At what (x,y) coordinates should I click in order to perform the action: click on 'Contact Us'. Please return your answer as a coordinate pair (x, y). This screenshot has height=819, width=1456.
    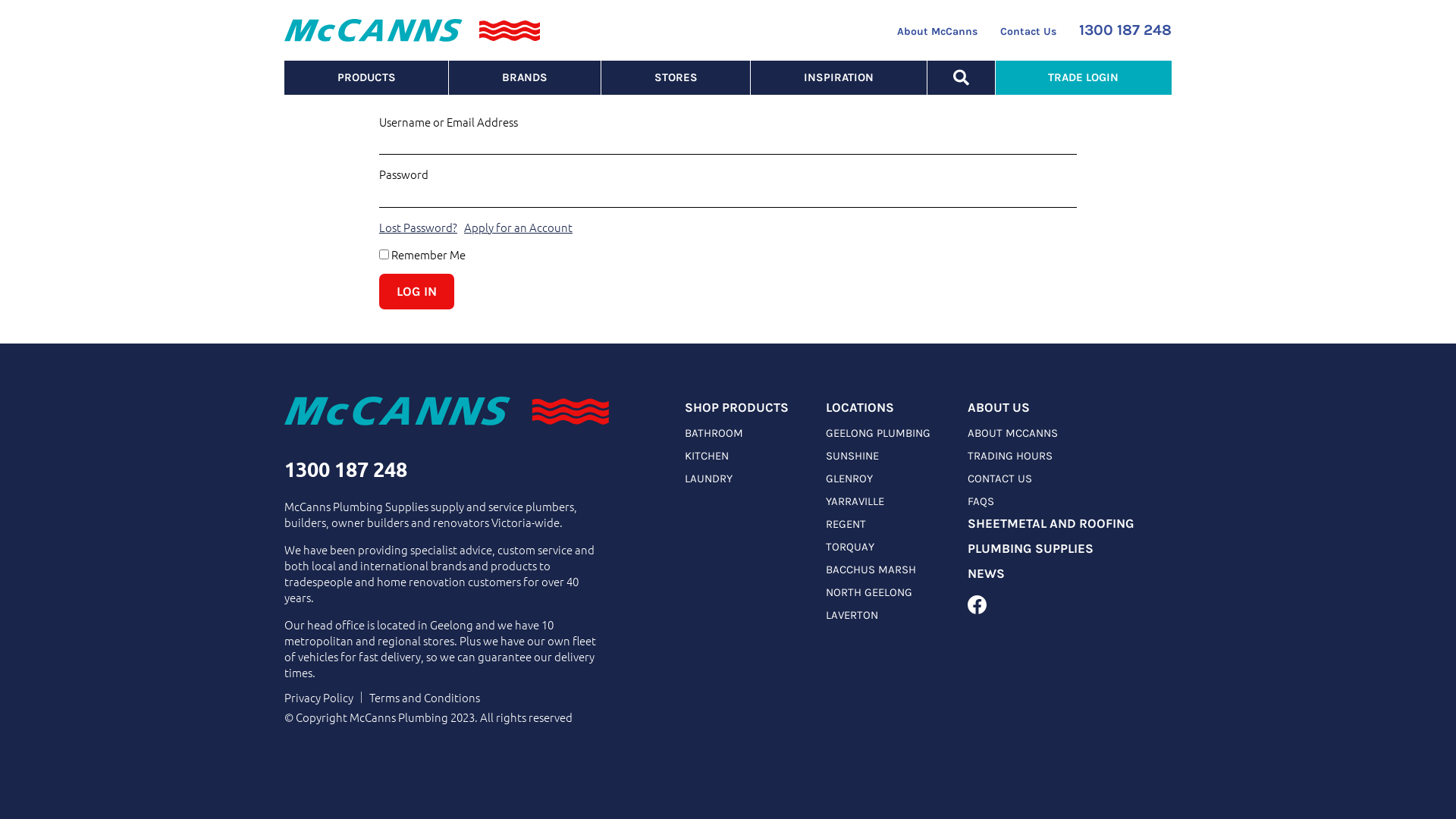
    Looking at the image, I should click on (1000, 31).